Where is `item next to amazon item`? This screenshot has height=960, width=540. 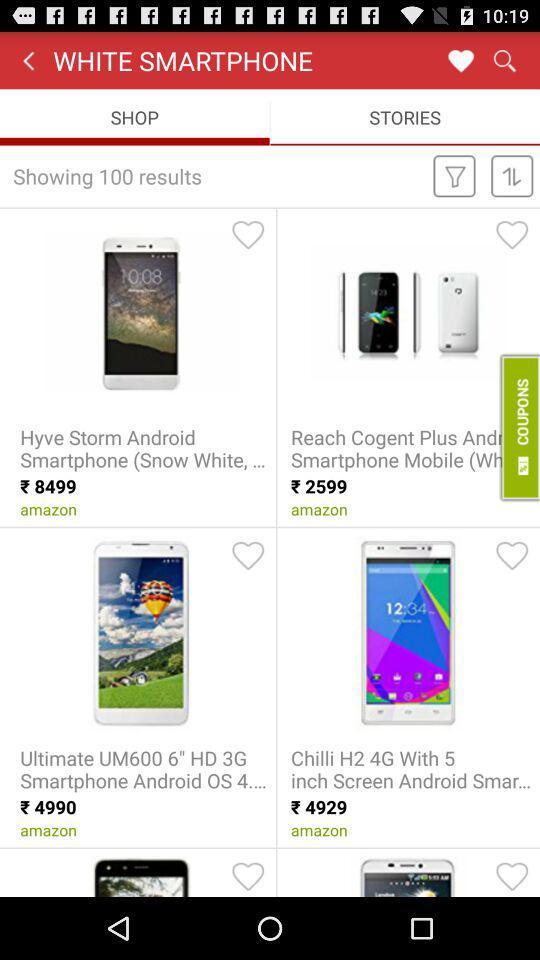
item next to amazon item is located at coordinates (518, 427).